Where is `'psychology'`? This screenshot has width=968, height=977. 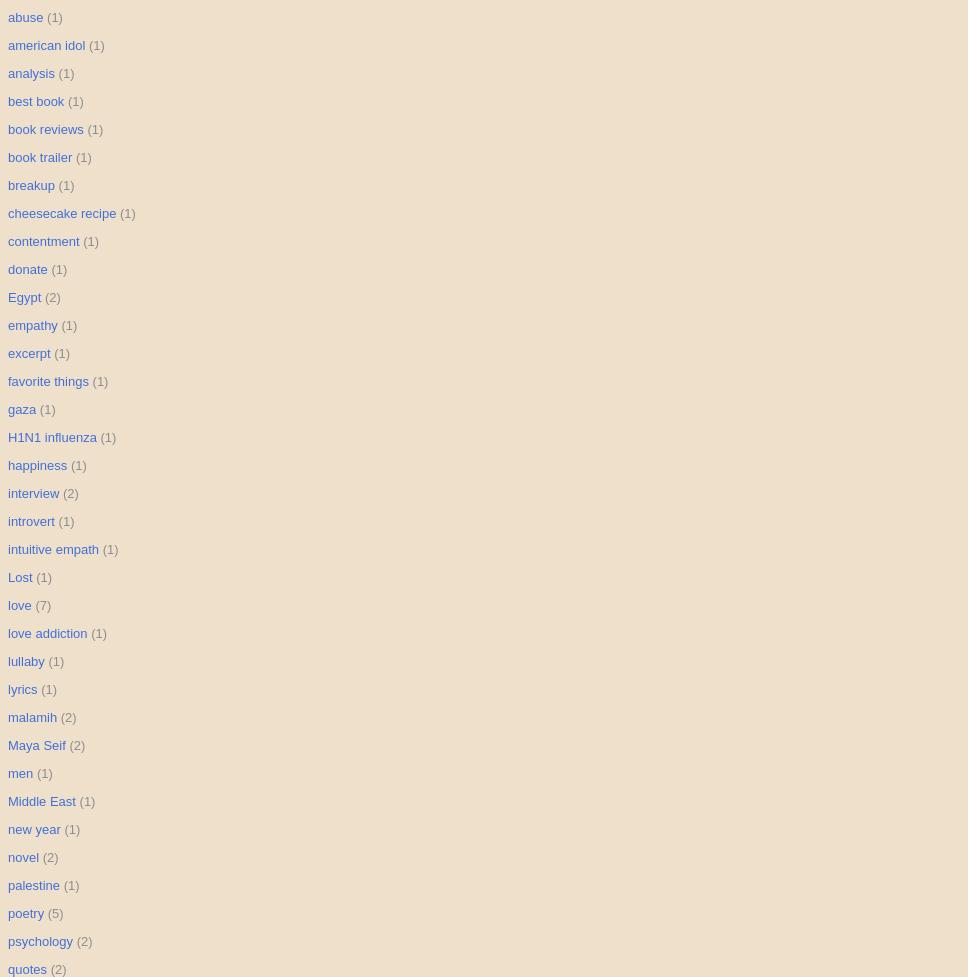 'psychology' is located at coordinates (40, 940).